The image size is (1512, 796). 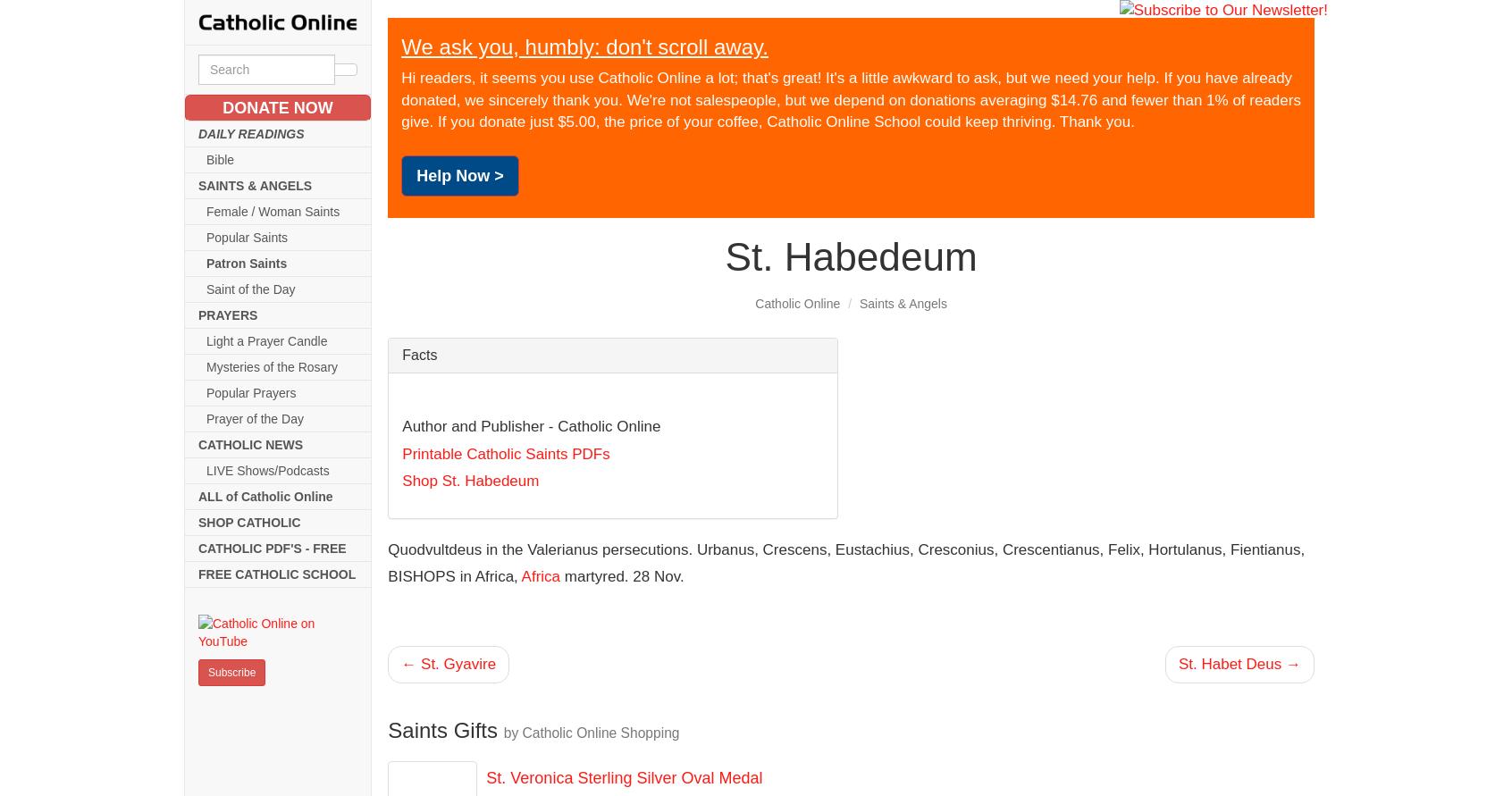 What do you see at coordinates (418, 355) in the screenshot?
I see `'Facts'` at bounding box center [418, 355].